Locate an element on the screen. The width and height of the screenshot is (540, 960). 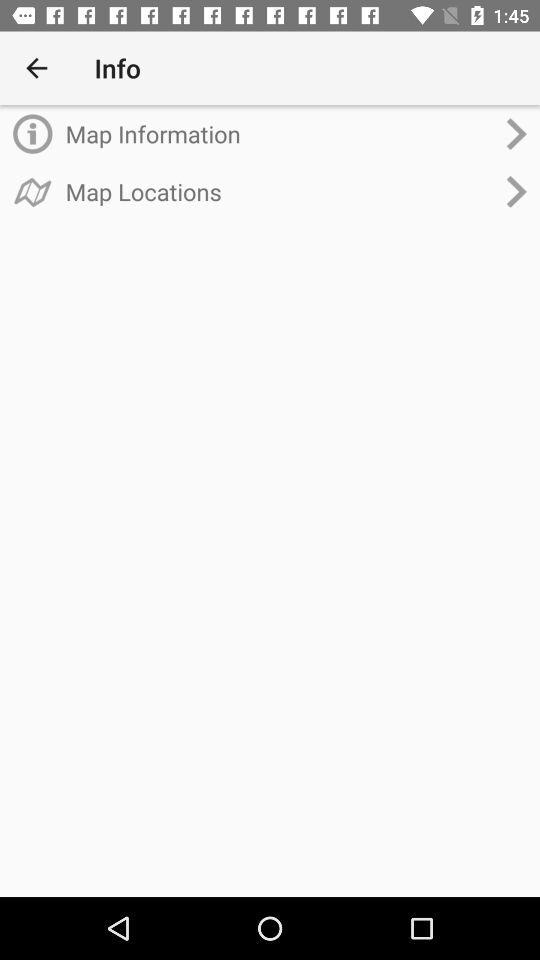
item below the map information item is located at coordinates (278, 191).